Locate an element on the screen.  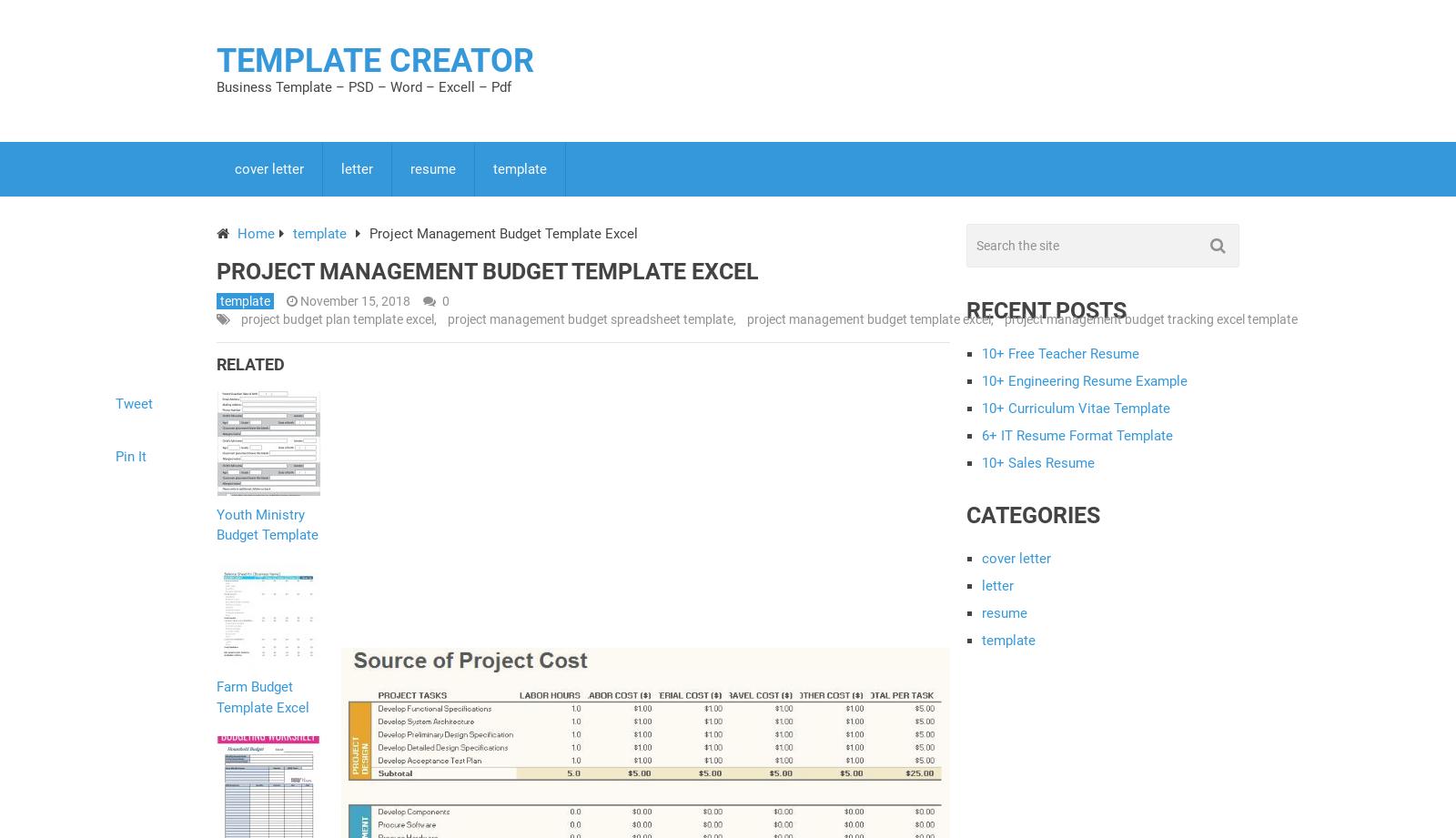
'November 15, 2018' is located at coordinates (299, 301).